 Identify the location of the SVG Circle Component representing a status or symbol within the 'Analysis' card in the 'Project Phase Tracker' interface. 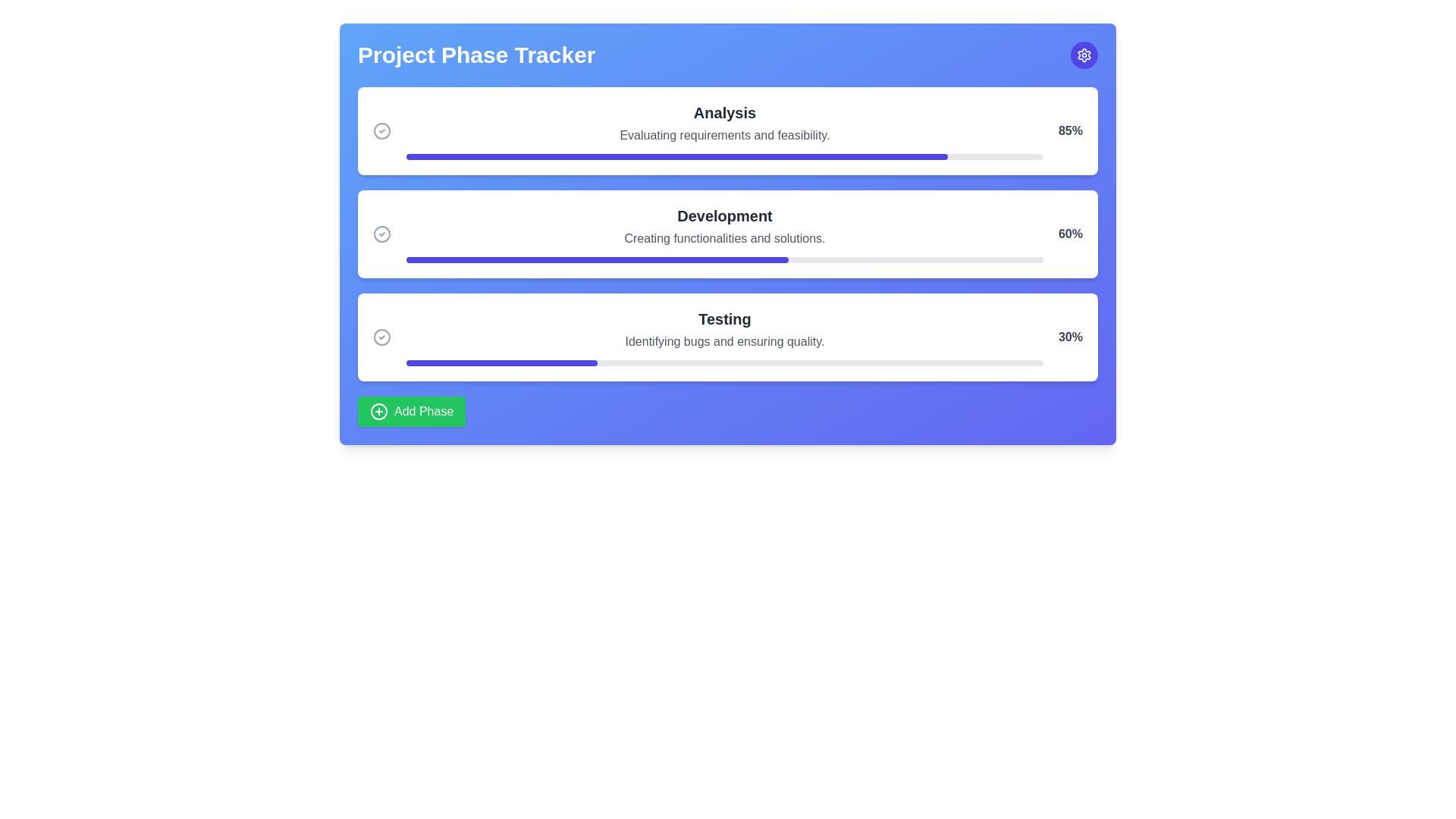
(382, 130).